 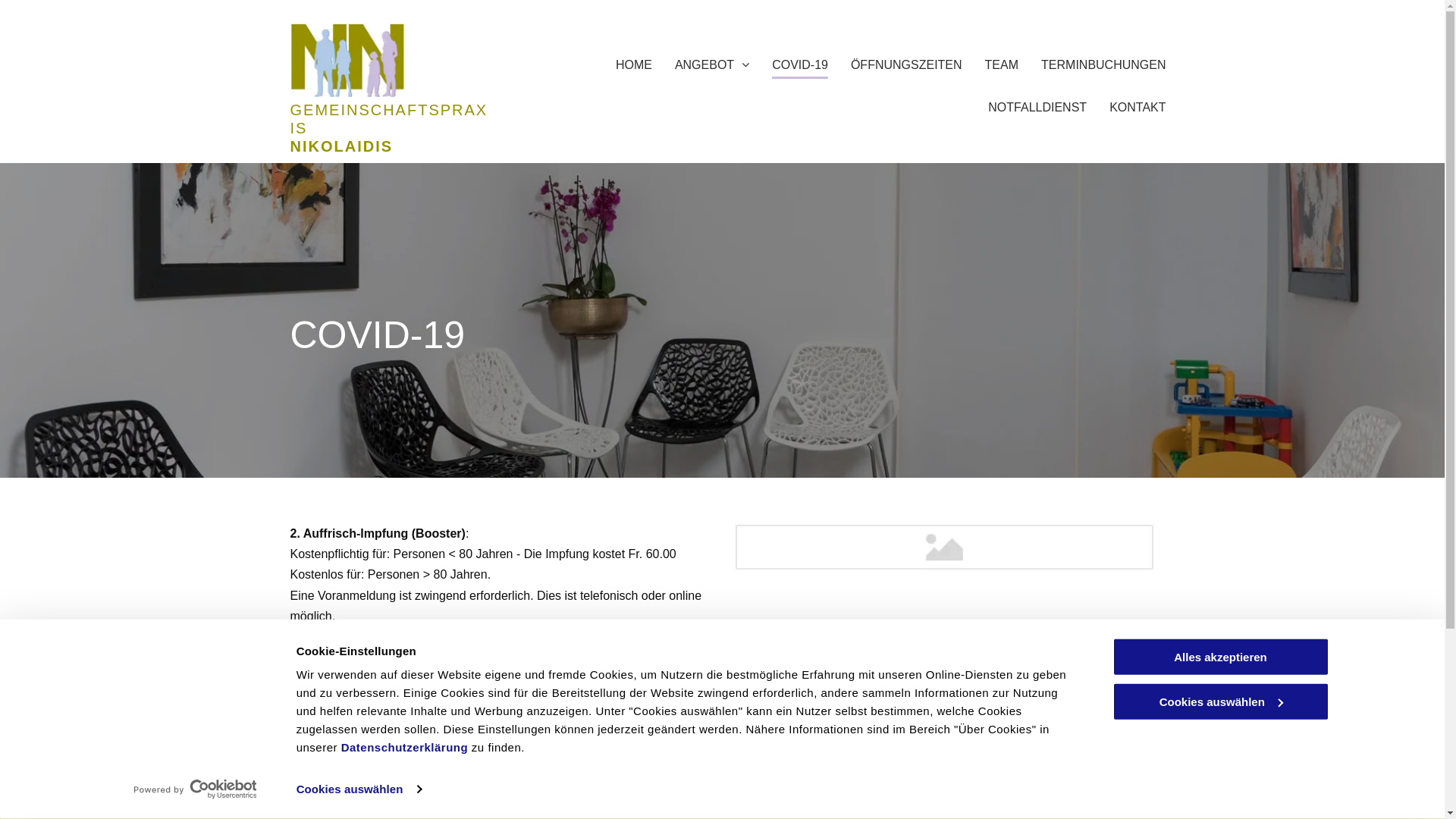 What do you see at coordinates (1037, 102) in the screenshot?
I see `'NOTFALLDIENST'` at bounding box center [1037, 102].